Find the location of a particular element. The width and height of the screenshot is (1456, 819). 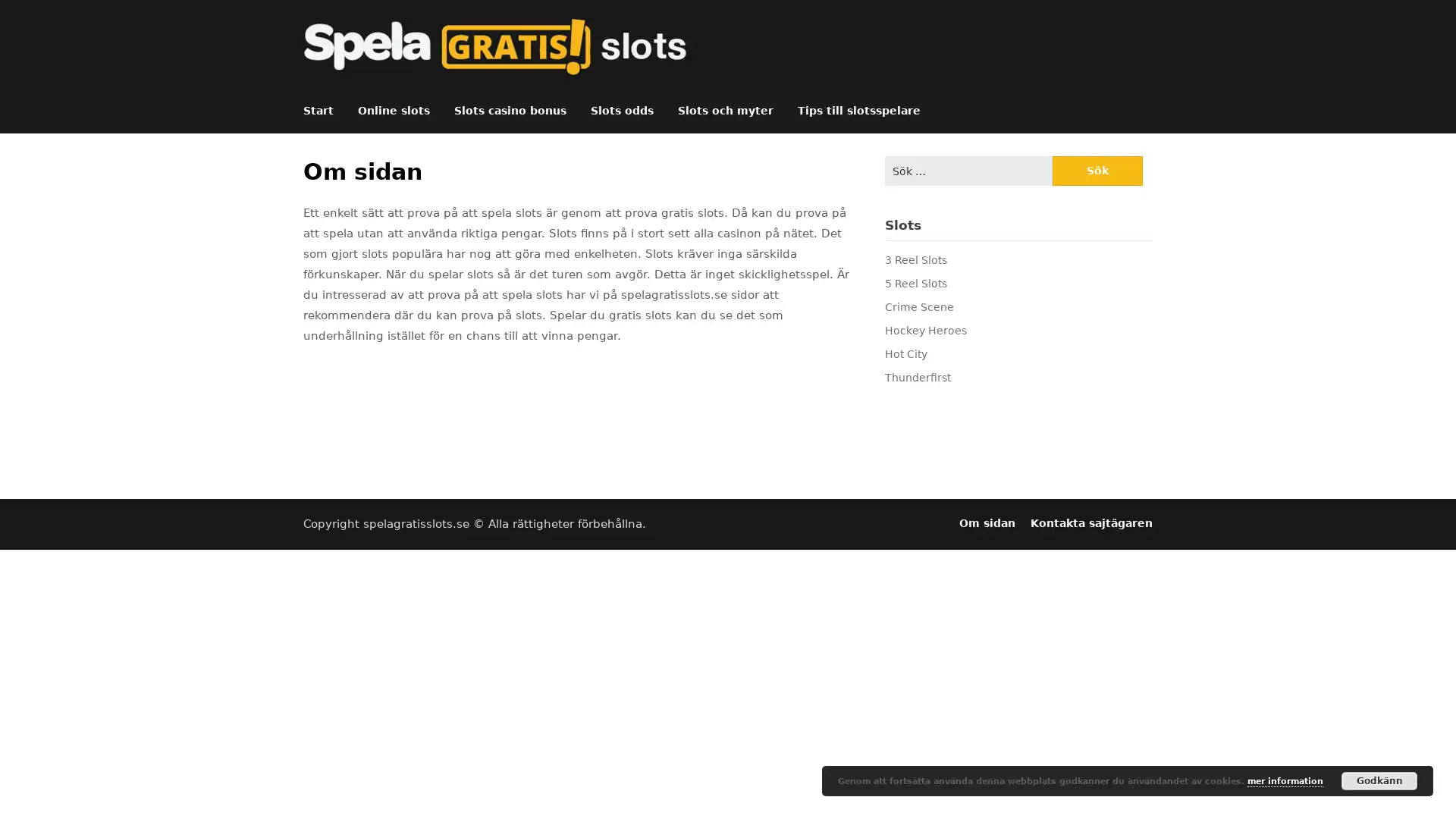

Sok is located at coordinates (1097, 171).